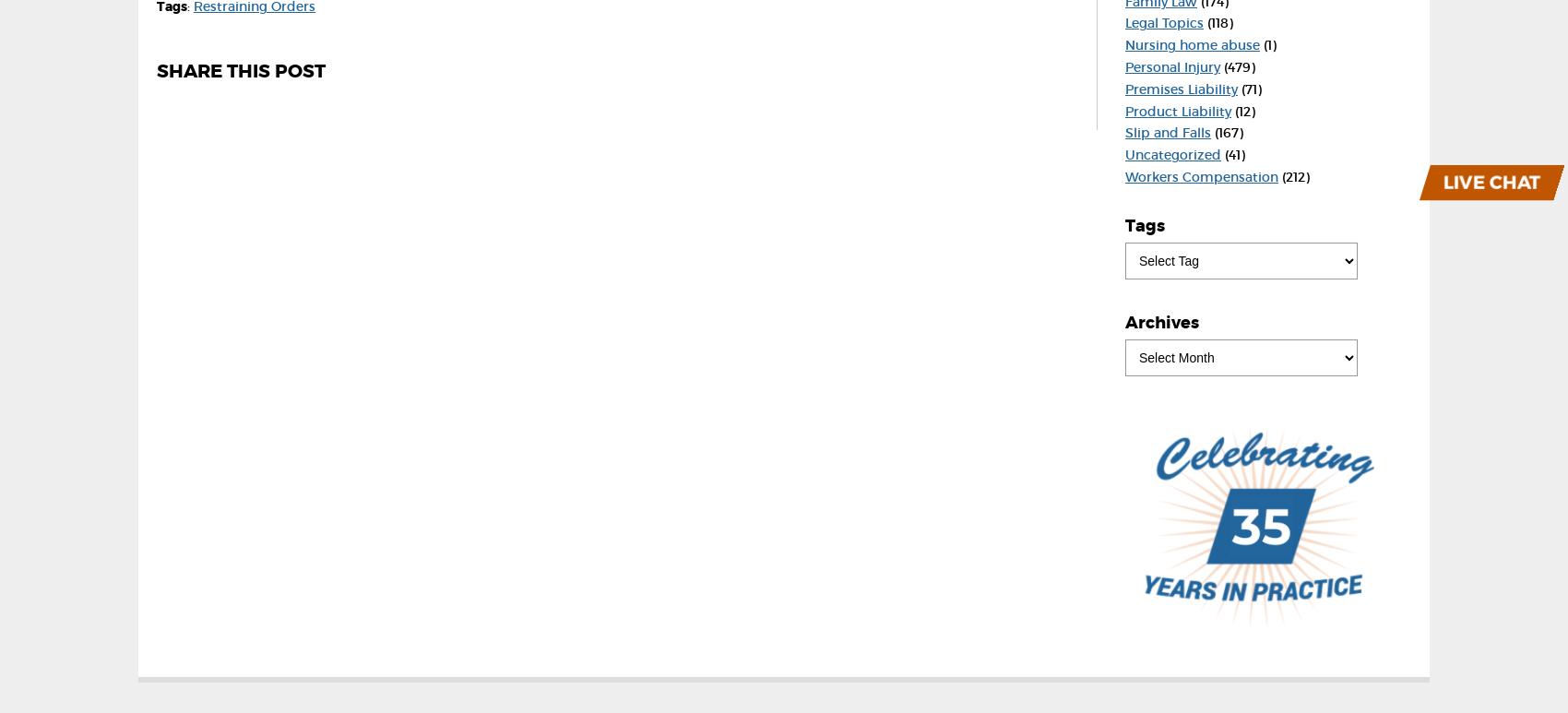 This screenshot has height=713, width=1568. I want to click on '(118)', so click(1218, 22).